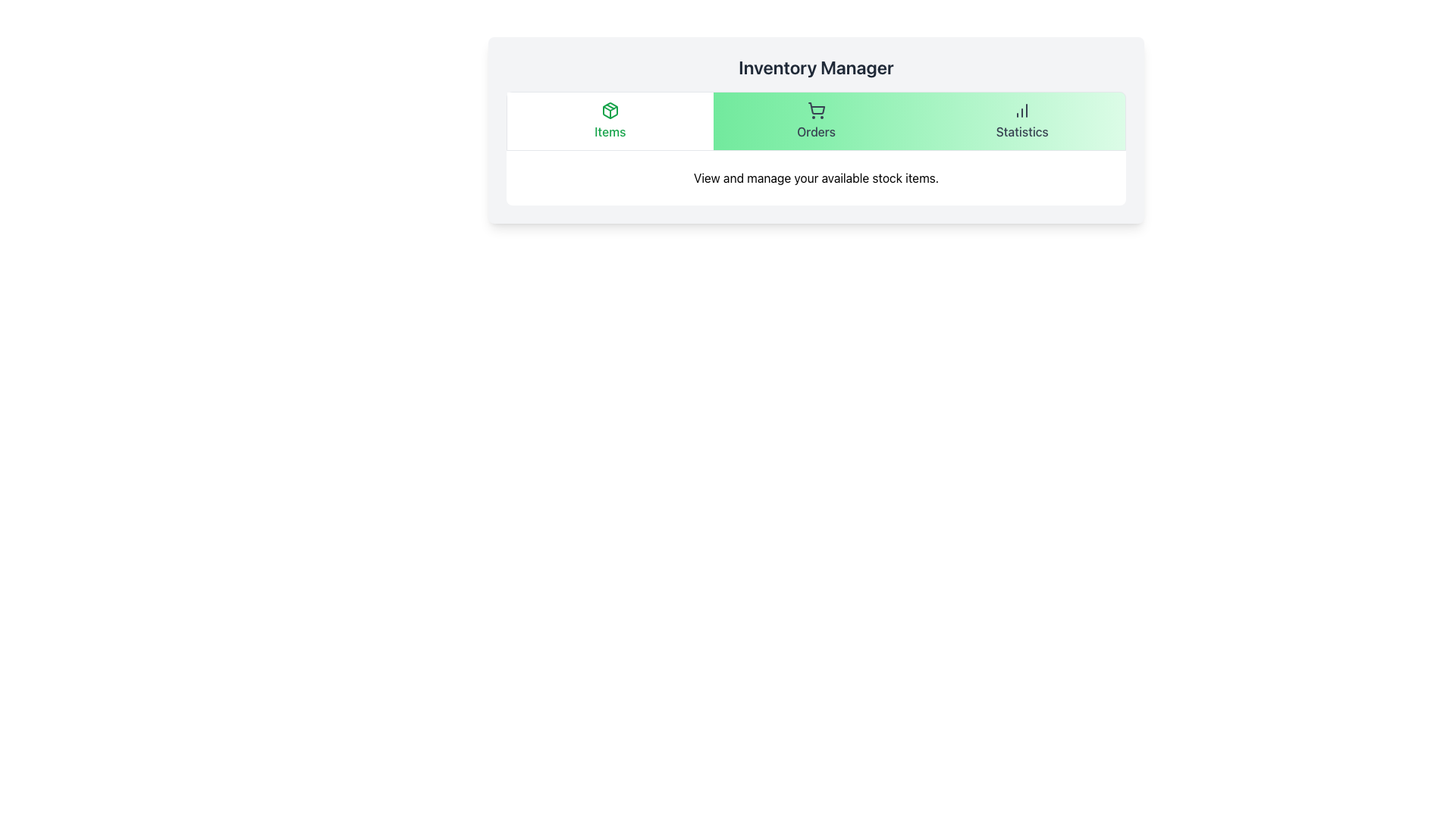  I want to click on the 'Orders' text label, which is the second navigation option in the main menu bar, displaying the word 'Orders' in bold font on a light green background, so click(815, 130).